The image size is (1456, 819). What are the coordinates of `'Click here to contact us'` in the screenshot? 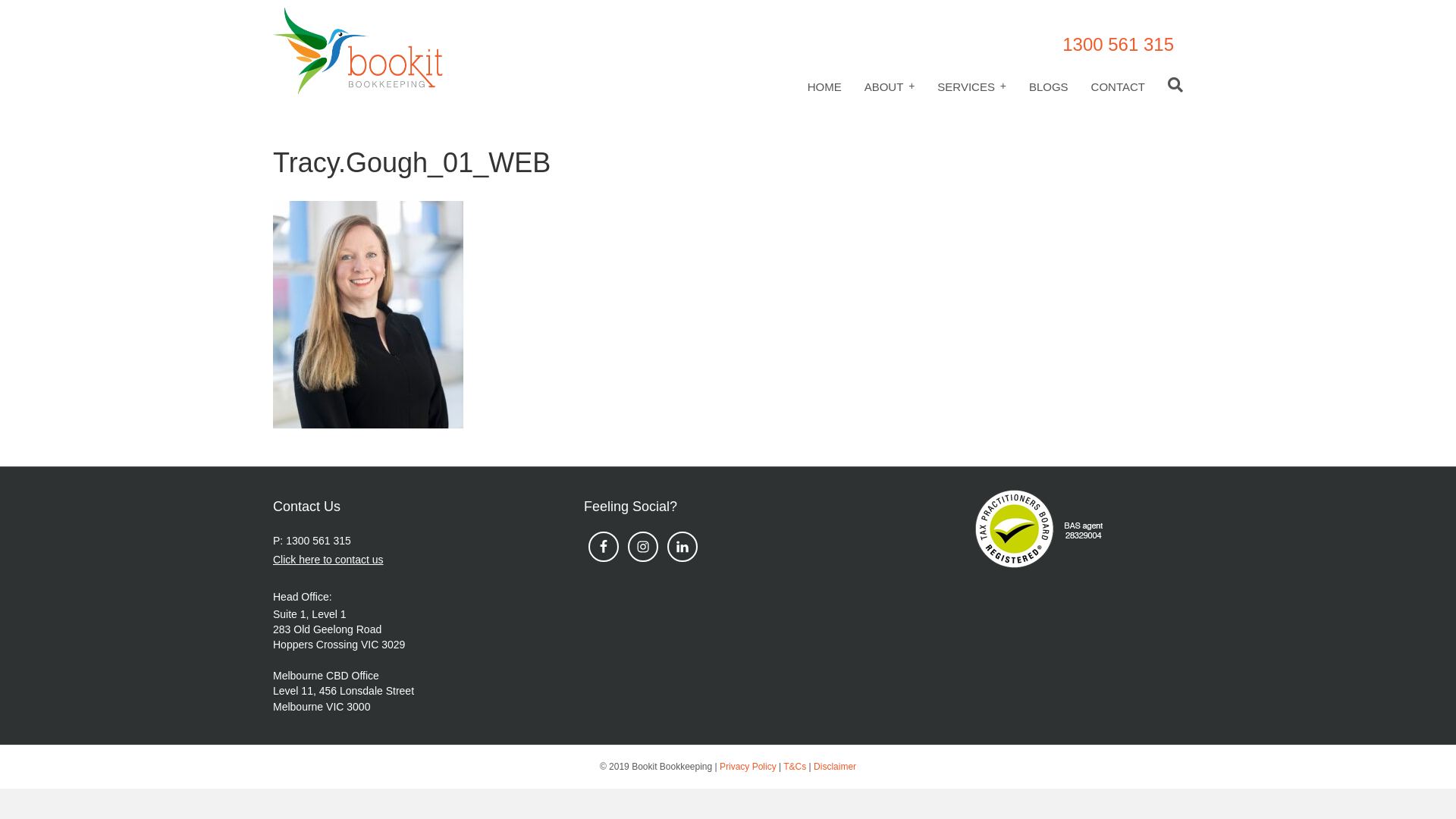 It's located at (327, 559).